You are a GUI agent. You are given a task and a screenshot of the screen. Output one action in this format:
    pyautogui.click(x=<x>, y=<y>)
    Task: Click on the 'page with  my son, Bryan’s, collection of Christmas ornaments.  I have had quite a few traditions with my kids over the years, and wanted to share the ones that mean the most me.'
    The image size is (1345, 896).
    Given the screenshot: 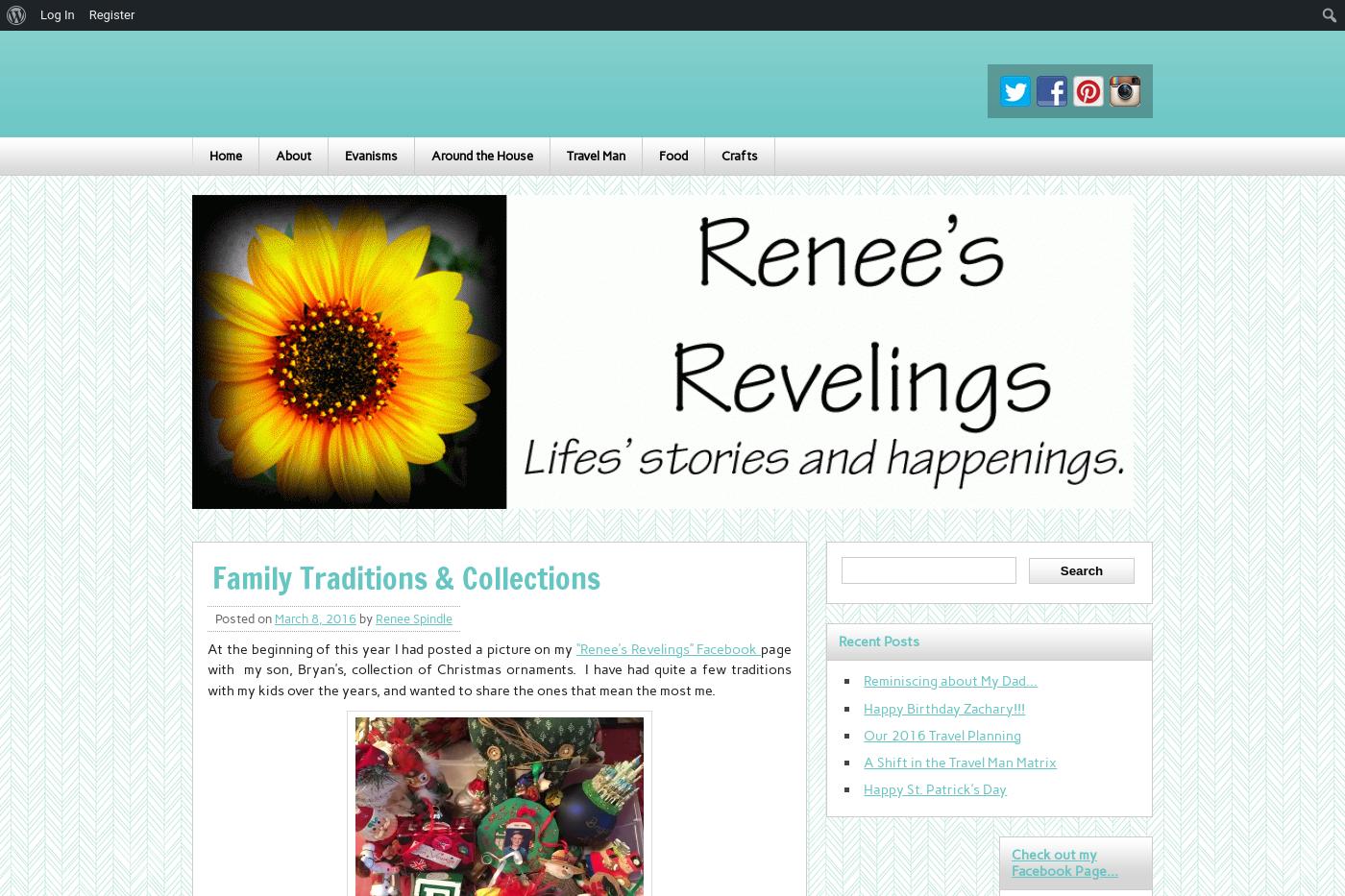 What is the action you would take?
    pyautogui.click(x=499, y=668)
    